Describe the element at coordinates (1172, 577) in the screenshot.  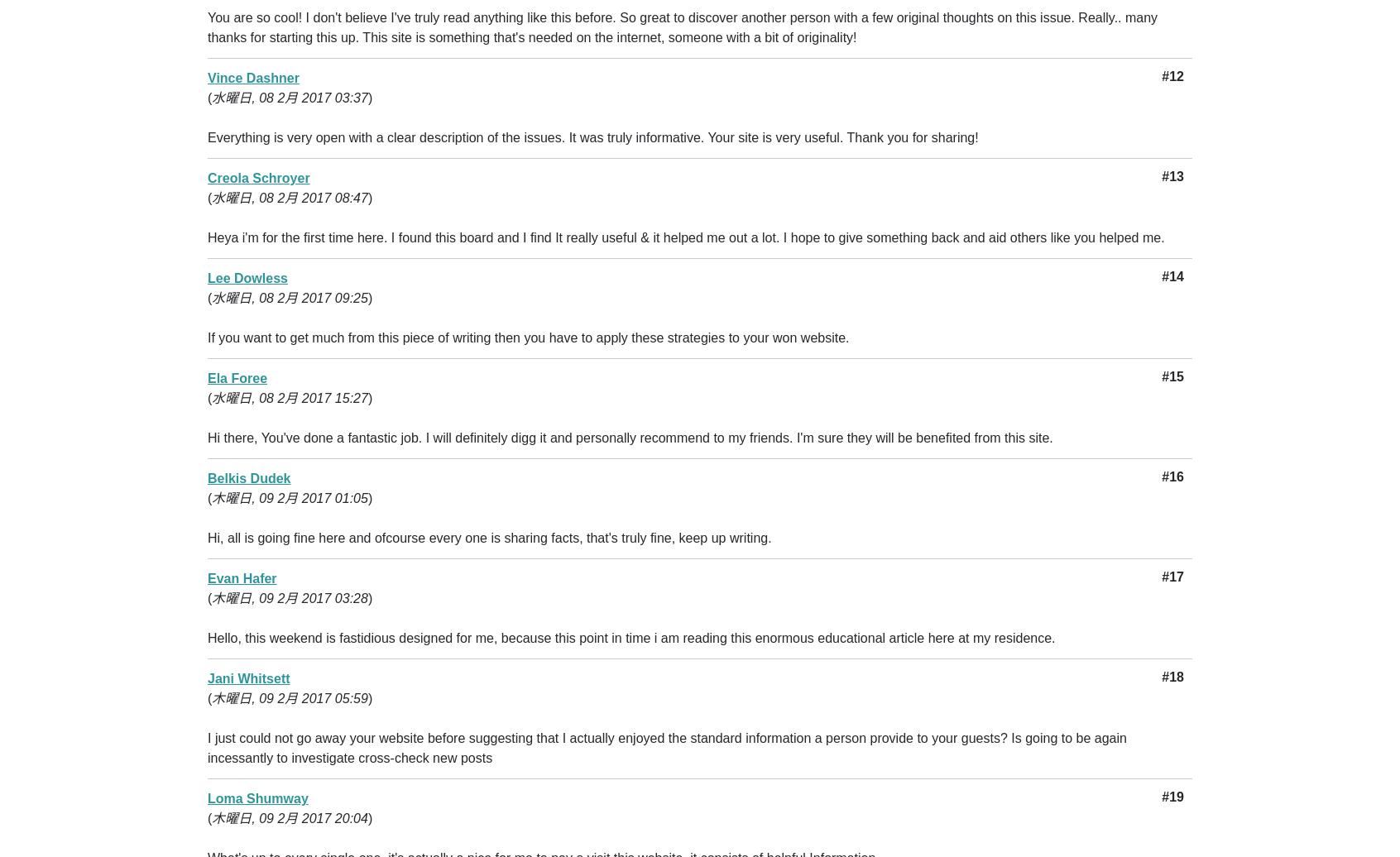
I see `'#17'` at that location.